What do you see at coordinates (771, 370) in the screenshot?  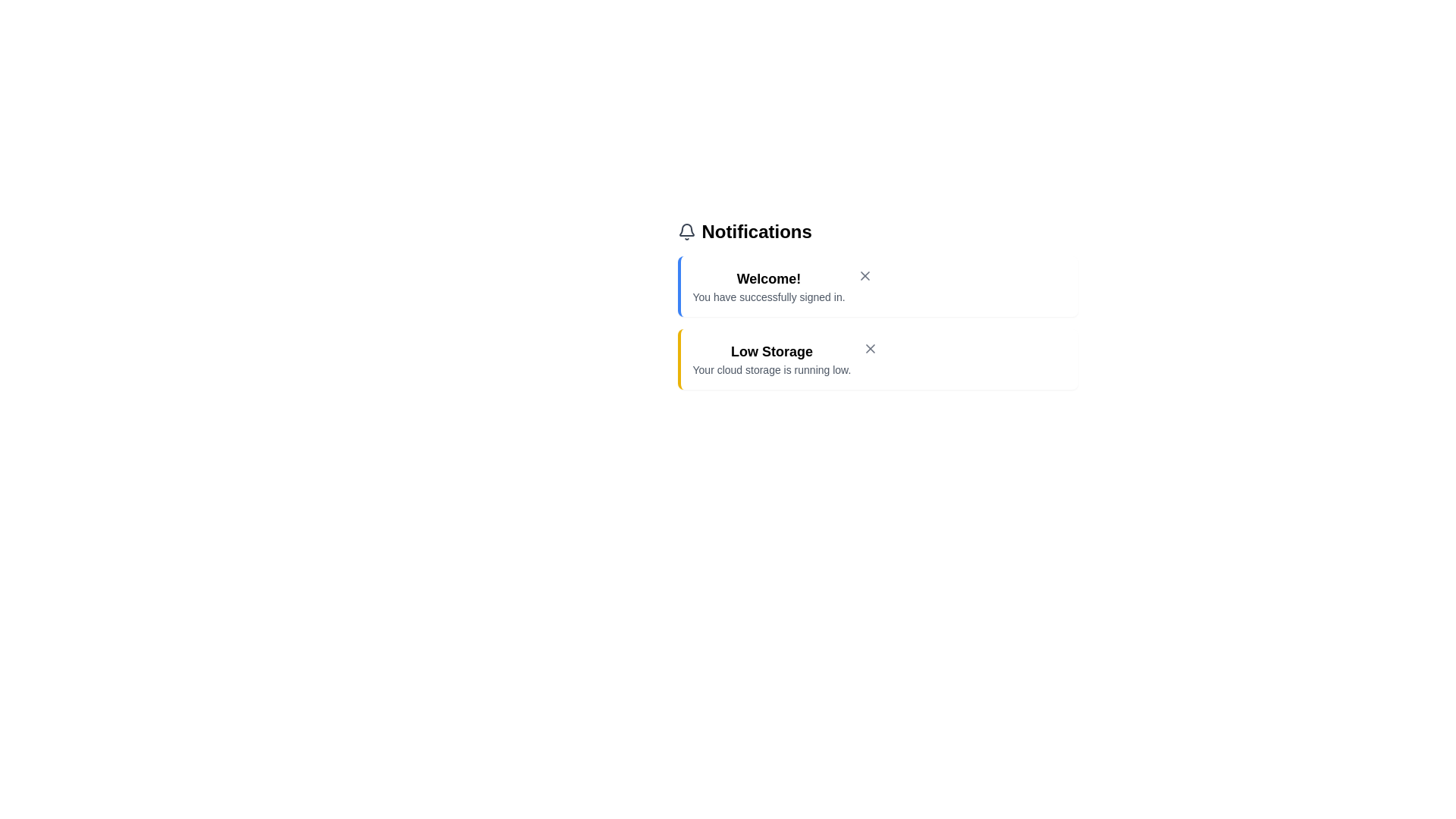 I see `the Text Label that informs the user about their cloud storage status, located under the 'Low Storage' header in the notification card` at bounding box center [771, 370].